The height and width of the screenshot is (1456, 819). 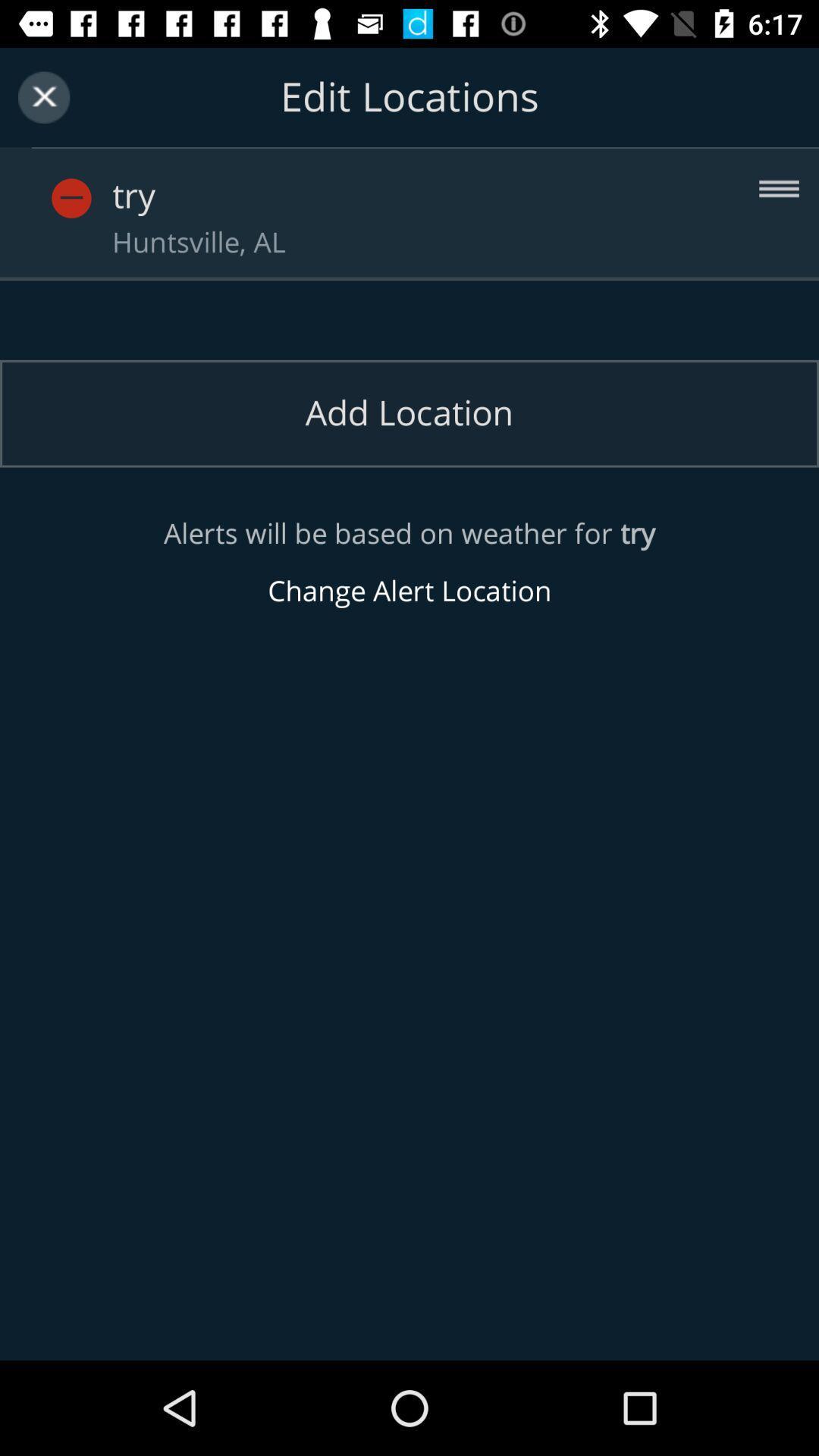 I want to click on delete location, so click(x=99, y=182).